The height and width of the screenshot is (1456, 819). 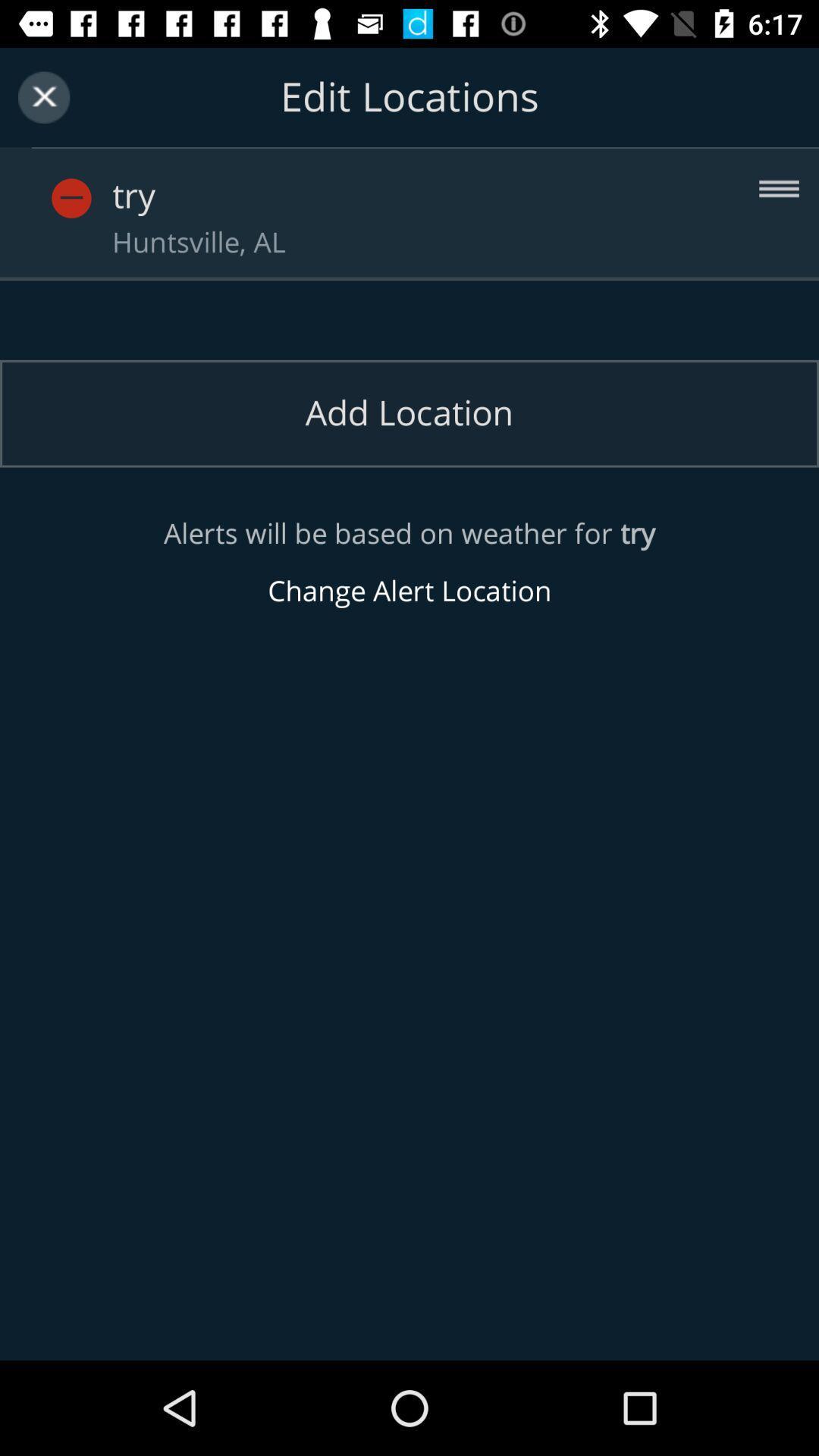 I want to click on delete location, so click(x=99, y=182).